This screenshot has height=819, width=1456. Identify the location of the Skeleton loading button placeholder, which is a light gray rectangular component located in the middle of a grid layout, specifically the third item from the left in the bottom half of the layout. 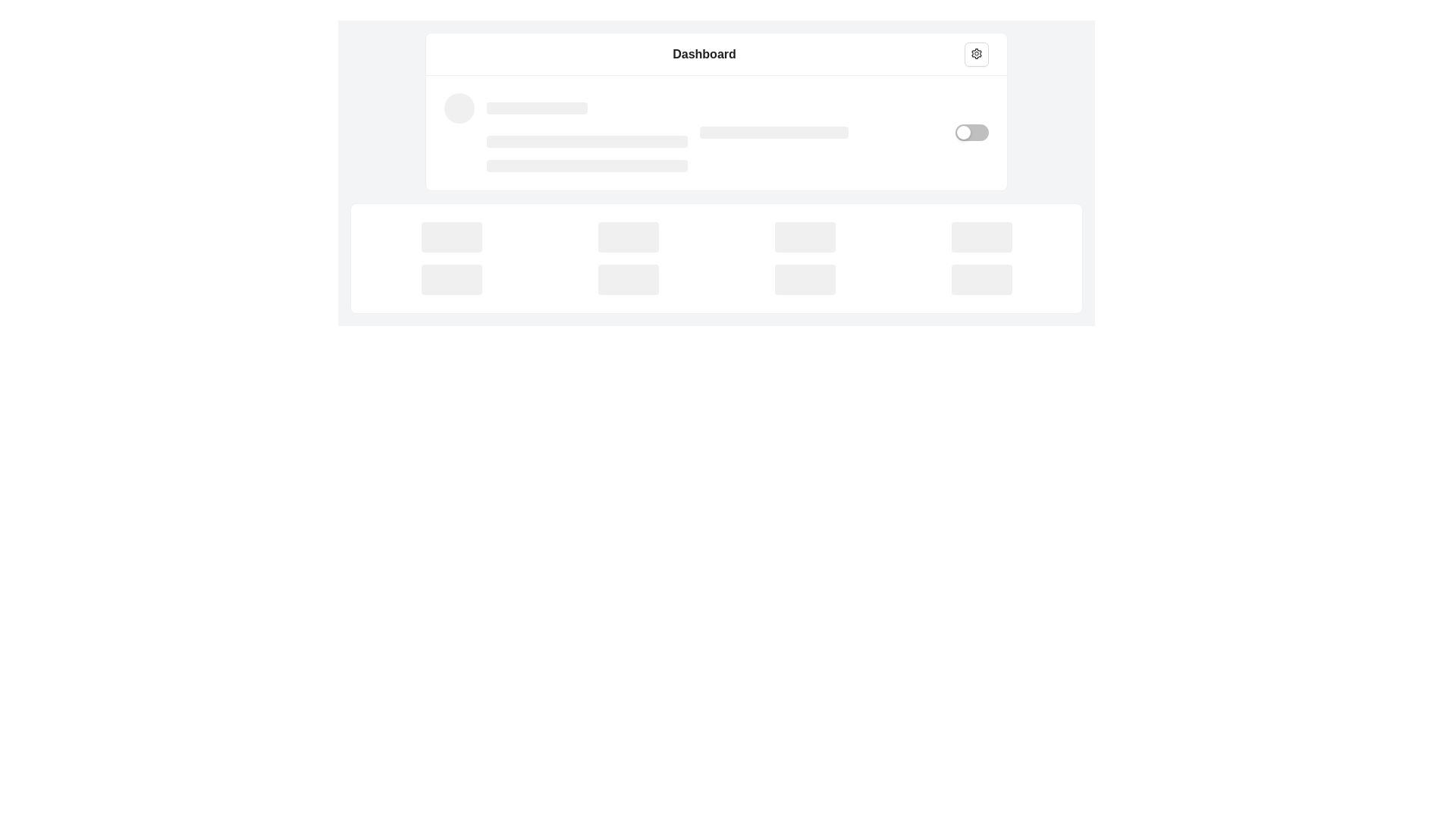
(804, 237).